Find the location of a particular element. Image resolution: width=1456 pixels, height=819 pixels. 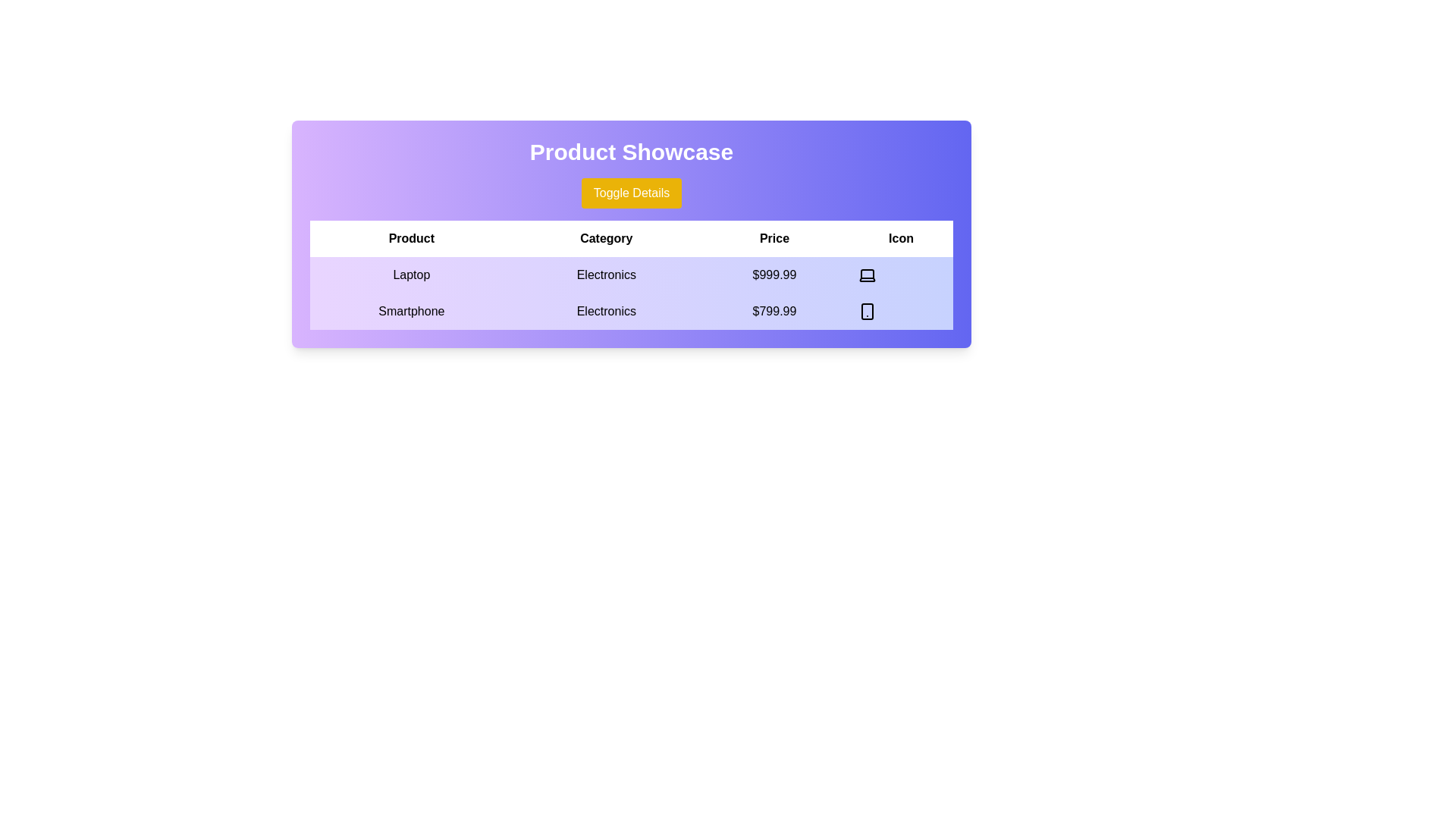

the 'Electronics' label that displays the text in black font against a gradient background, located between 'Laptop' and '$999.99' is located at coordinates (605, 275).